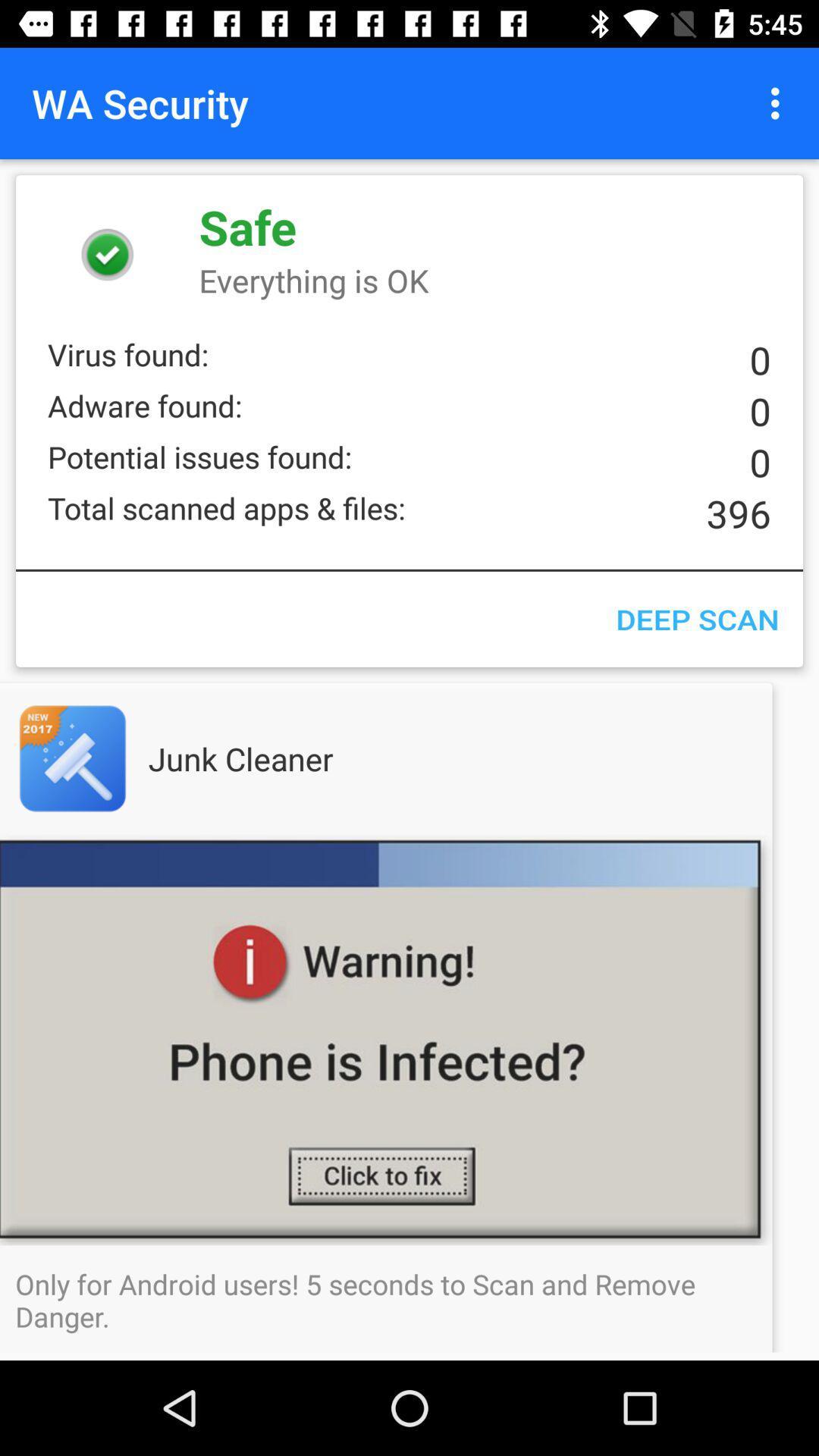  I want to click on only for android item, so click(409, 1299).